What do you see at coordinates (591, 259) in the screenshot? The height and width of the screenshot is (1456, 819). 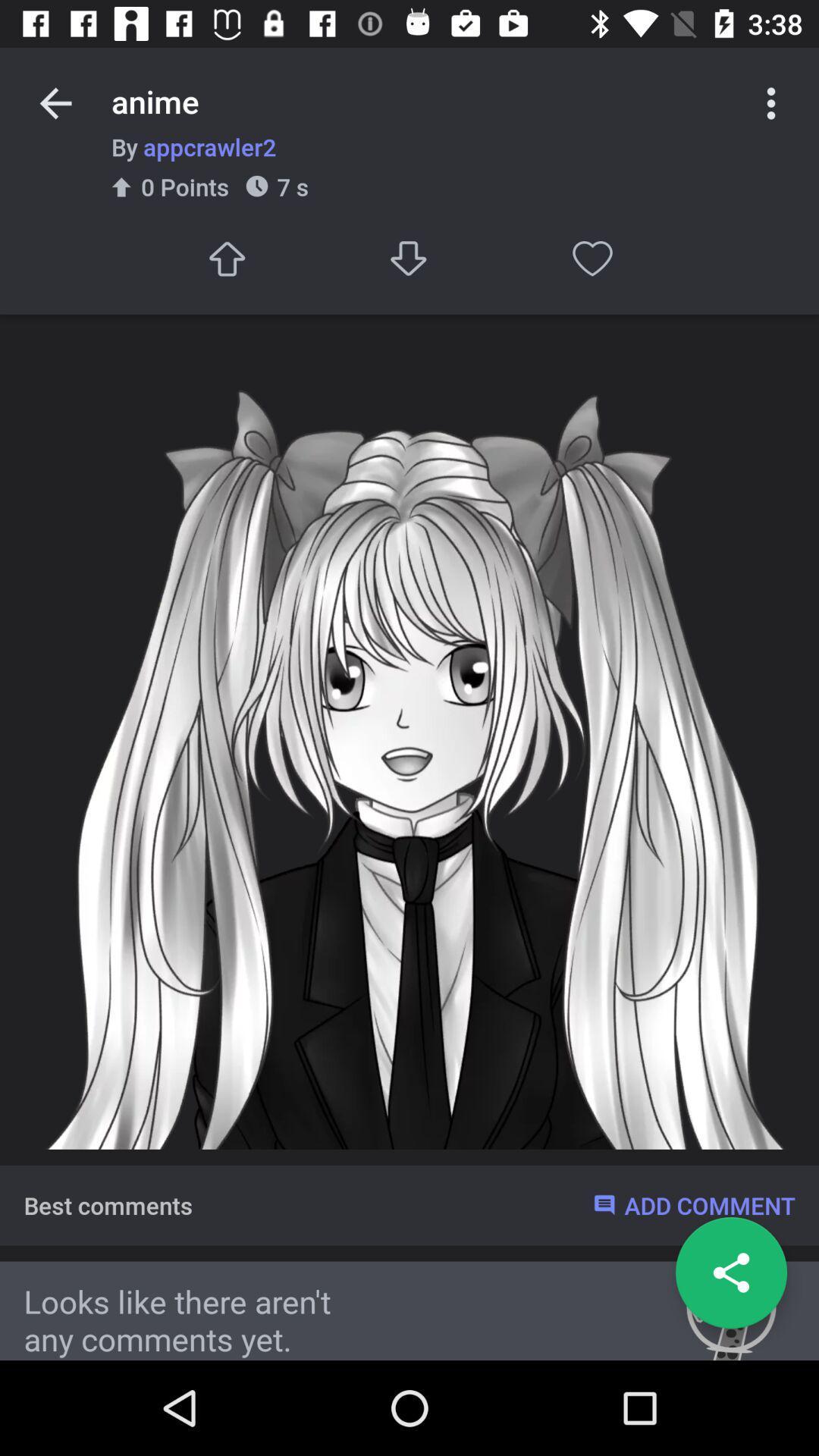 I see `the favorite icon` at bounding box center [591, 259].